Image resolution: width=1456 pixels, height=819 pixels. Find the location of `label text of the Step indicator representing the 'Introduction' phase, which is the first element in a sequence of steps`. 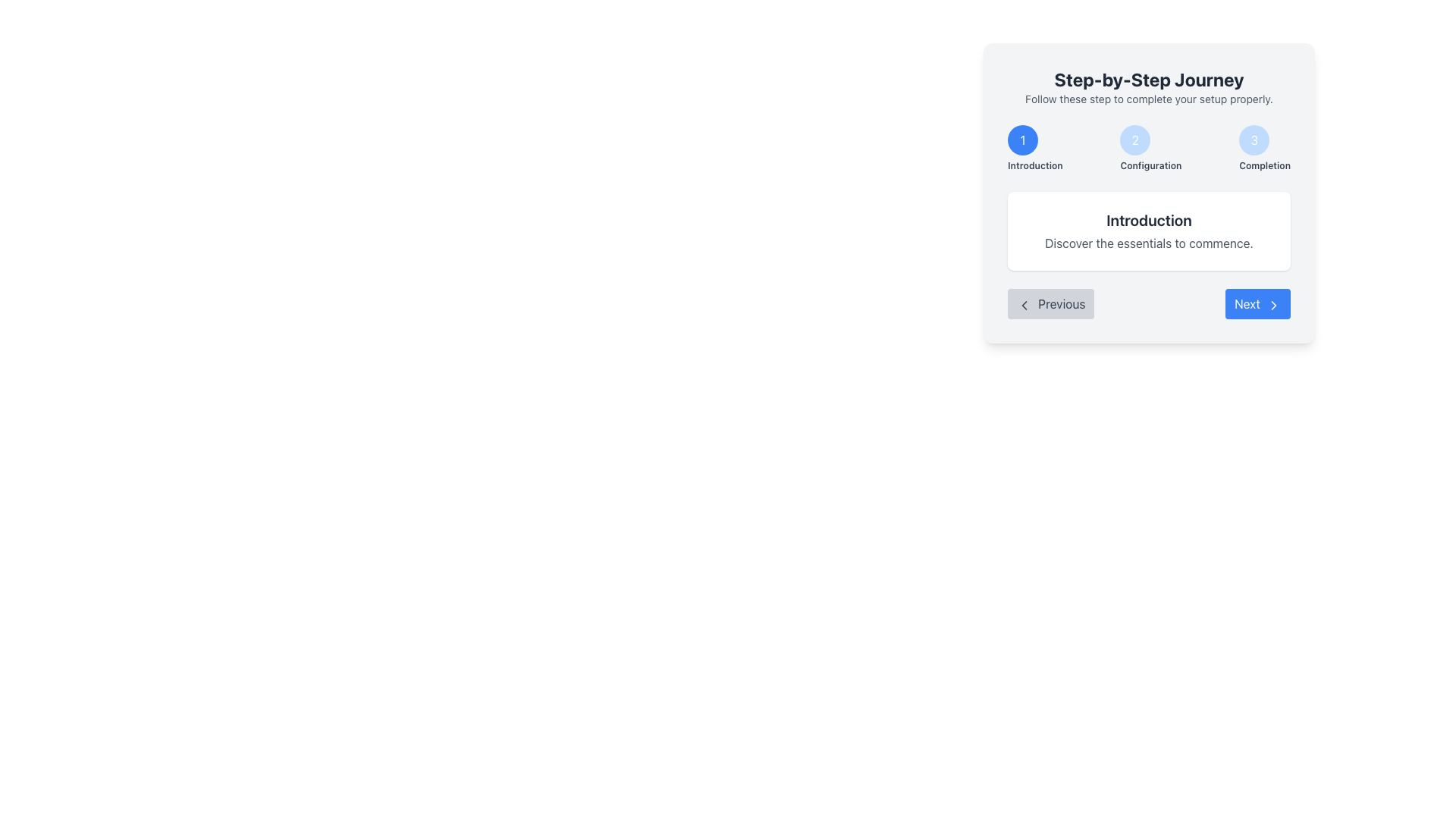

label text of the Step indicator representing the 'Introduction' phase, which is the first element in a sequence of steps is located at coordinates (1034, 149).